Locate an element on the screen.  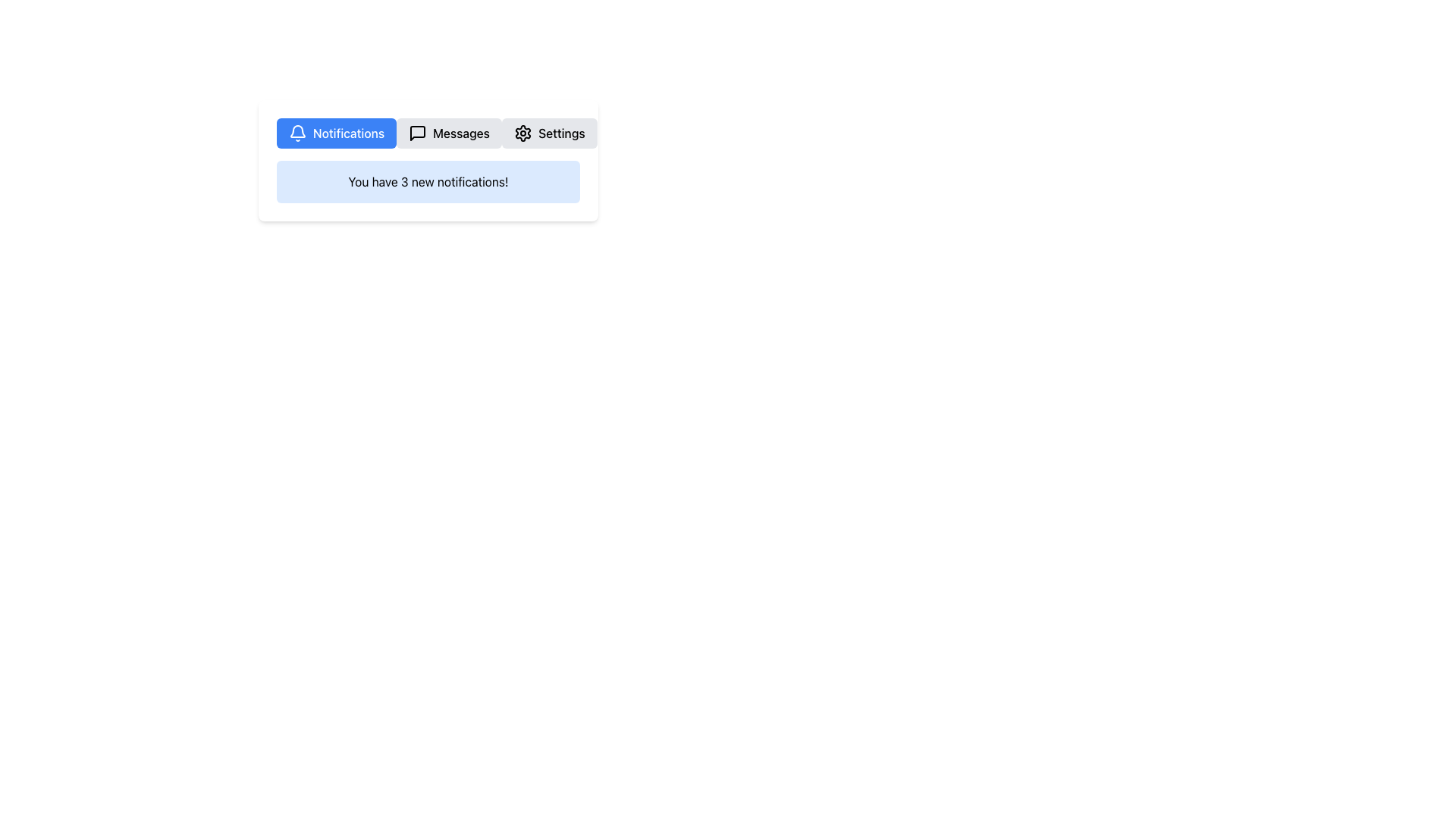
the message icon, which is a speech bubble outline with a tail, located immediately to the left of the 'Messages' text in the navigation area is located at coordinates (418, 133).